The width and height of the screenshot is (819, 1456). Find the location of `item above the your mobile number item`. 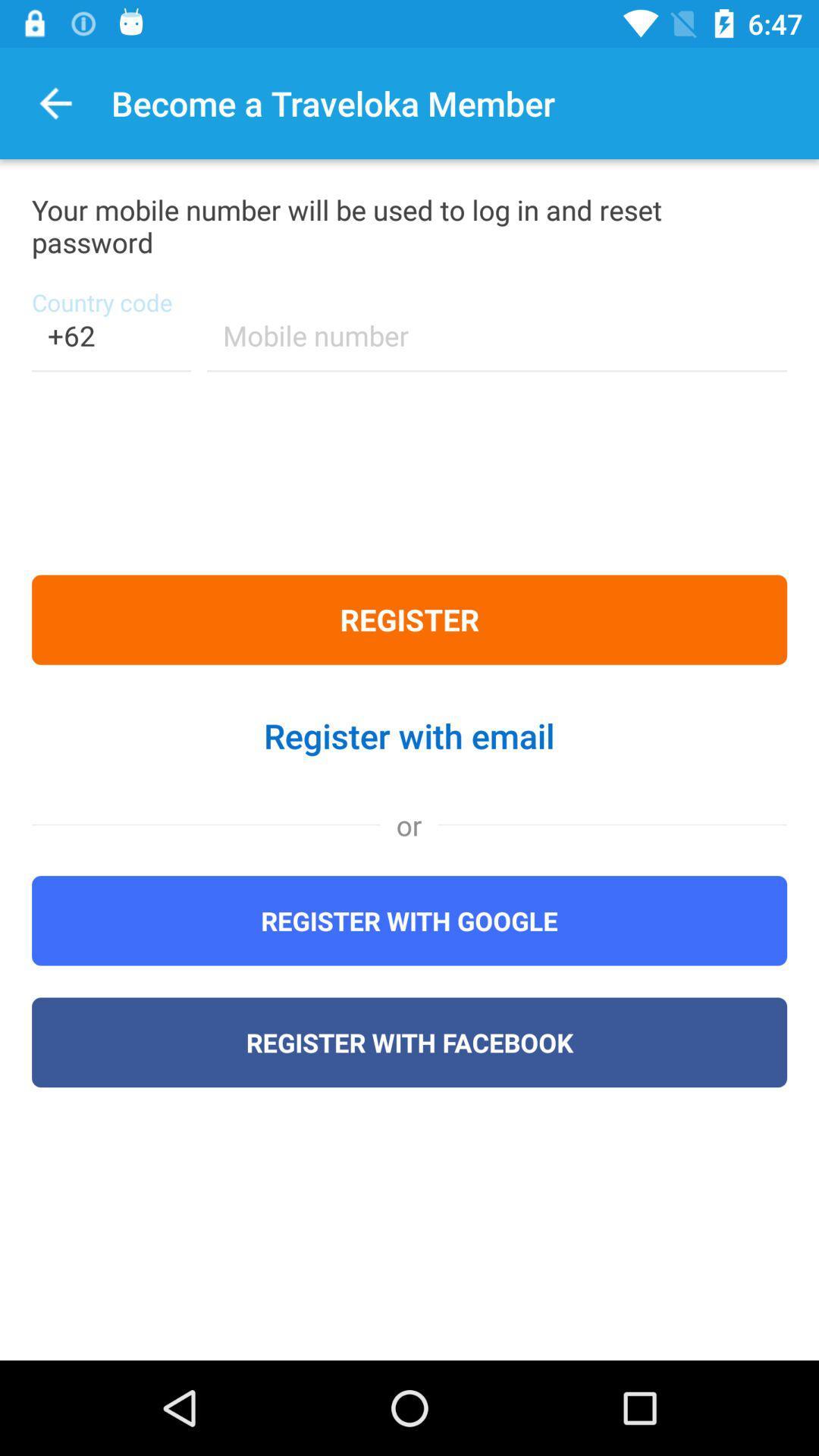

item above the your mobile number item is located at coordinates (55, 102).